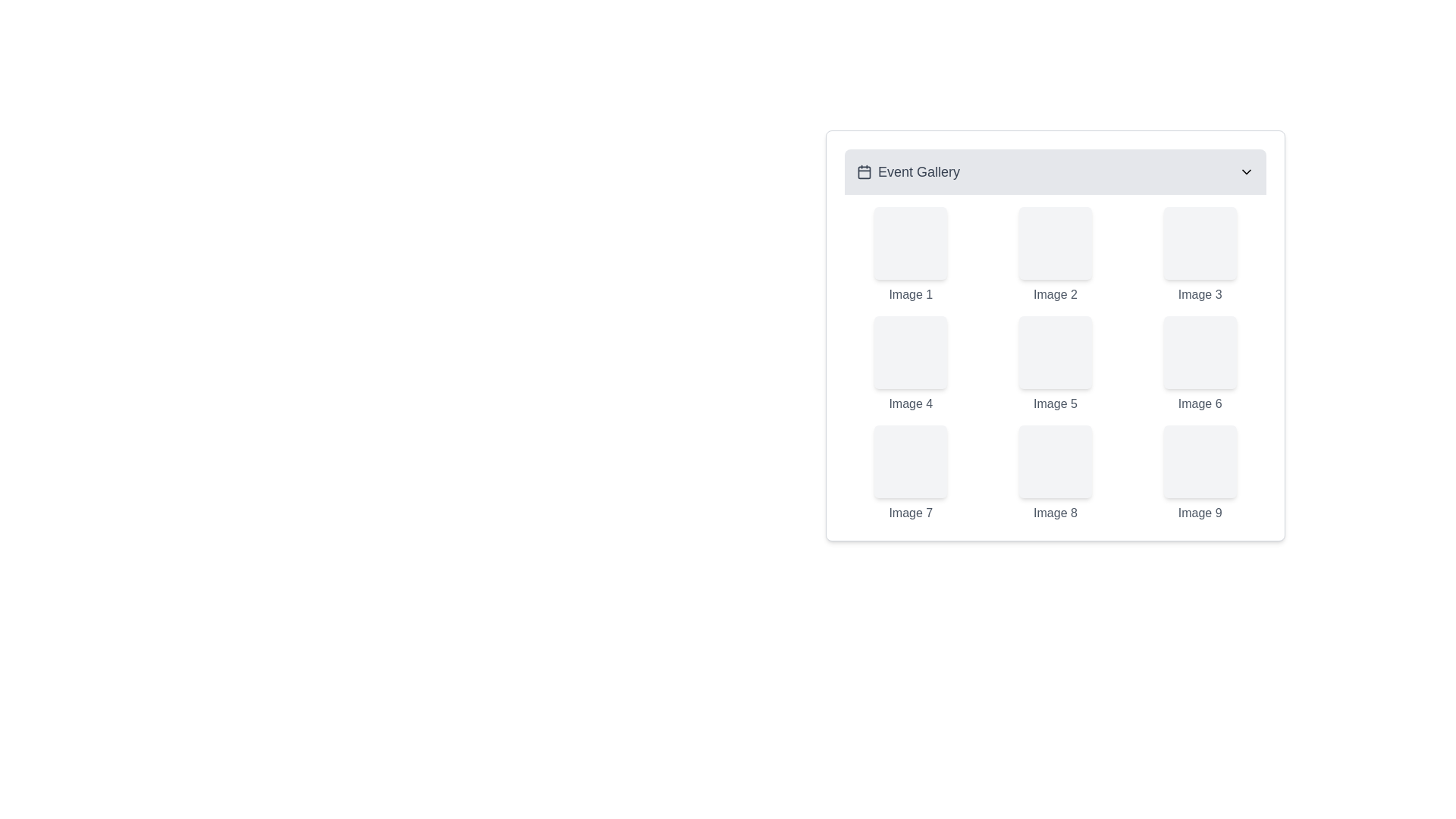  What do you see at coordinates (1055, 513) in the screenshot?
I see `text label associated with the eighth image thumbnail located in the center of the third row on the second column of the grid layout` at bounding box center [1055, 513].